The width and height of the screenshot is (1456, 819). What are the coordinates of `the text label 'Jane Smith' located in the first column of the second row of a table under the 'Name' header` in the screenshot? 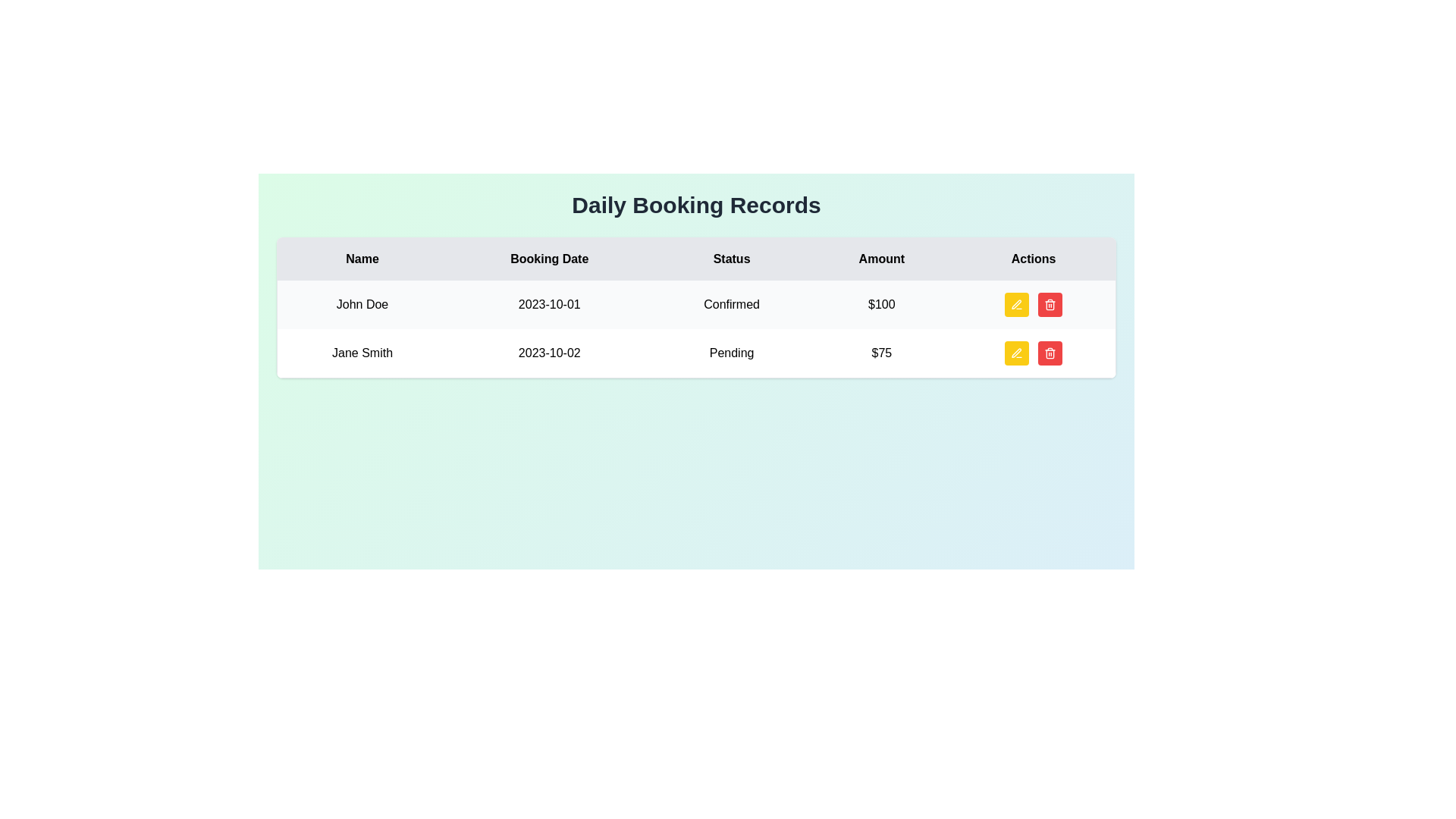 It's located at (361, 353).